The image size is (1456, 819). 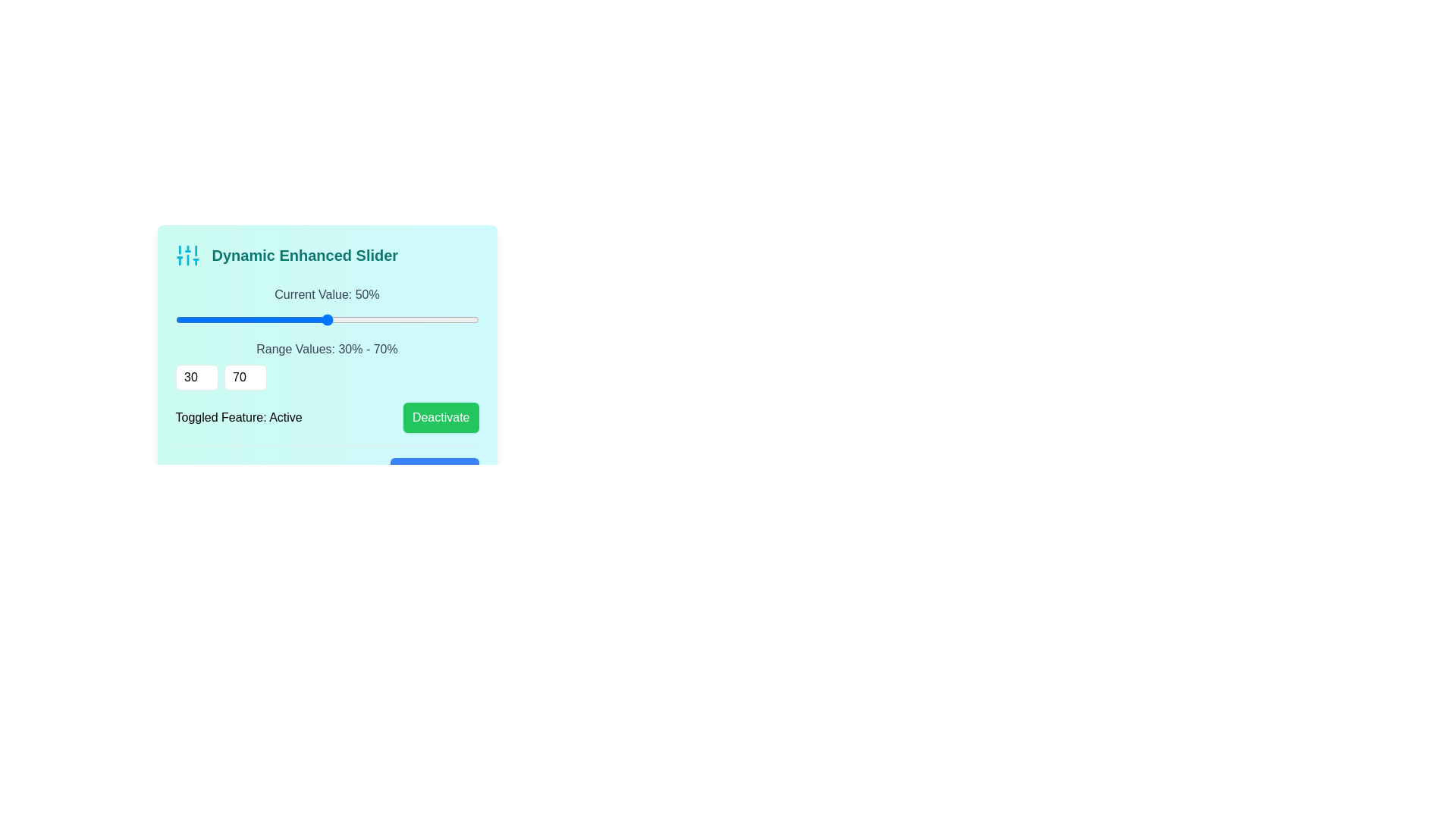 What do you see at coordinates (175, 318) in the screenshot?
I see `the slider` at bounding box center [175, 318].